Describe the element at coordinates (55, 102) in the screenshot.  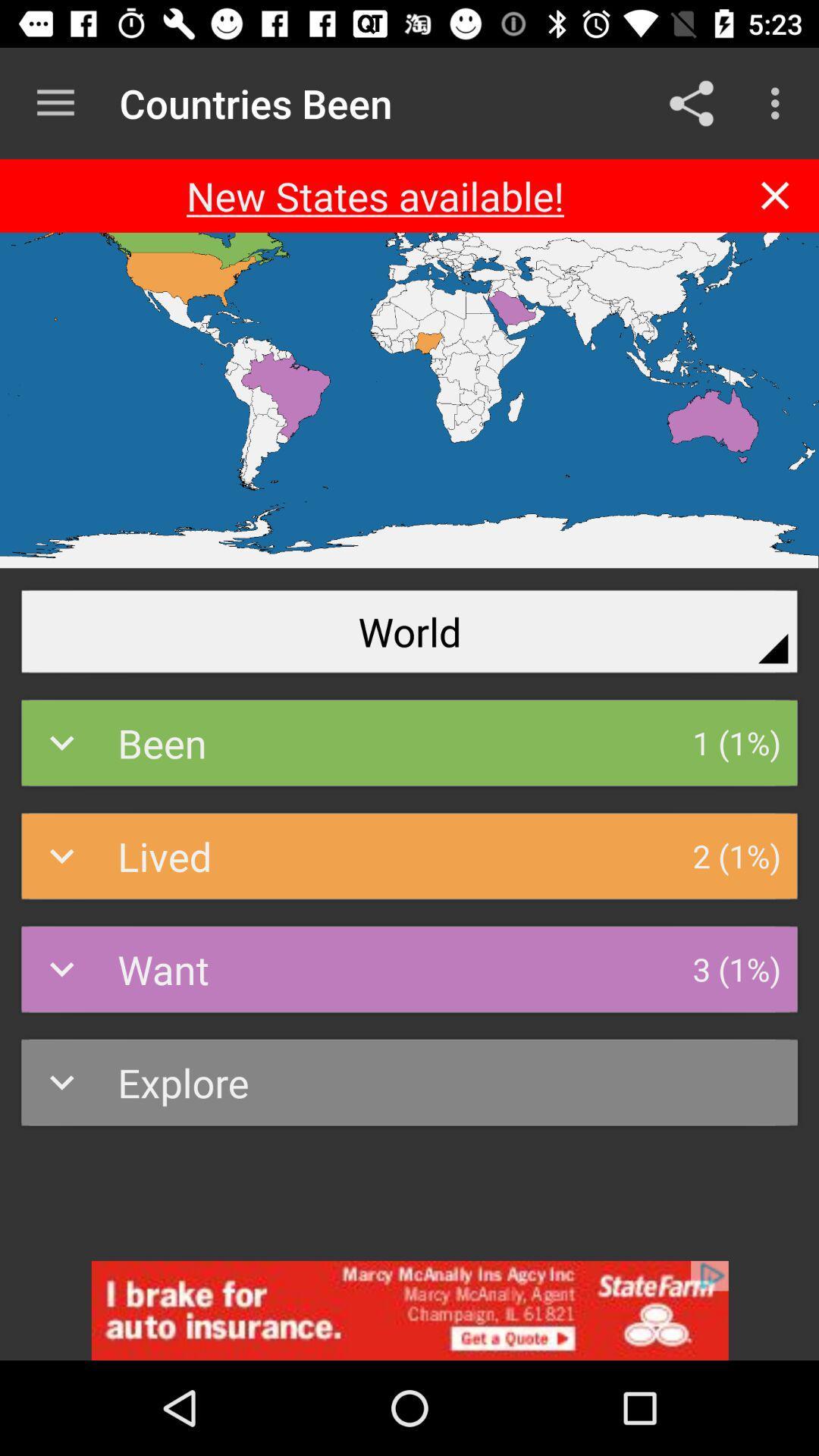
I see `menu button` at that location.